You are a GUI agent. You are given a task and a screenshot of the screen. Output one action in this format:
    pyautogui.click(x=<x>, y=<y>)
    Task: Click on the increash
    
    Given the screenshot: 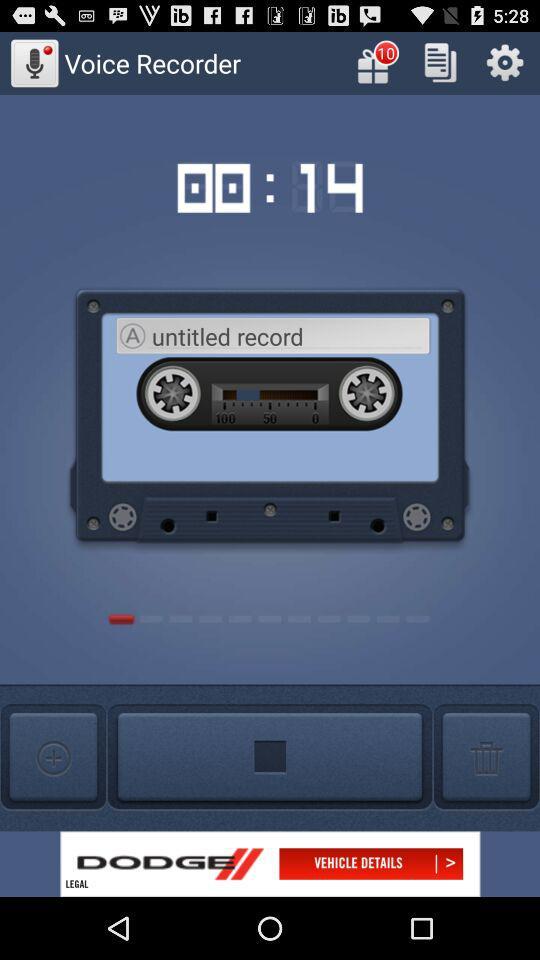 What is the action you would take?
    pyautogui.click(x=53, y=756)
    